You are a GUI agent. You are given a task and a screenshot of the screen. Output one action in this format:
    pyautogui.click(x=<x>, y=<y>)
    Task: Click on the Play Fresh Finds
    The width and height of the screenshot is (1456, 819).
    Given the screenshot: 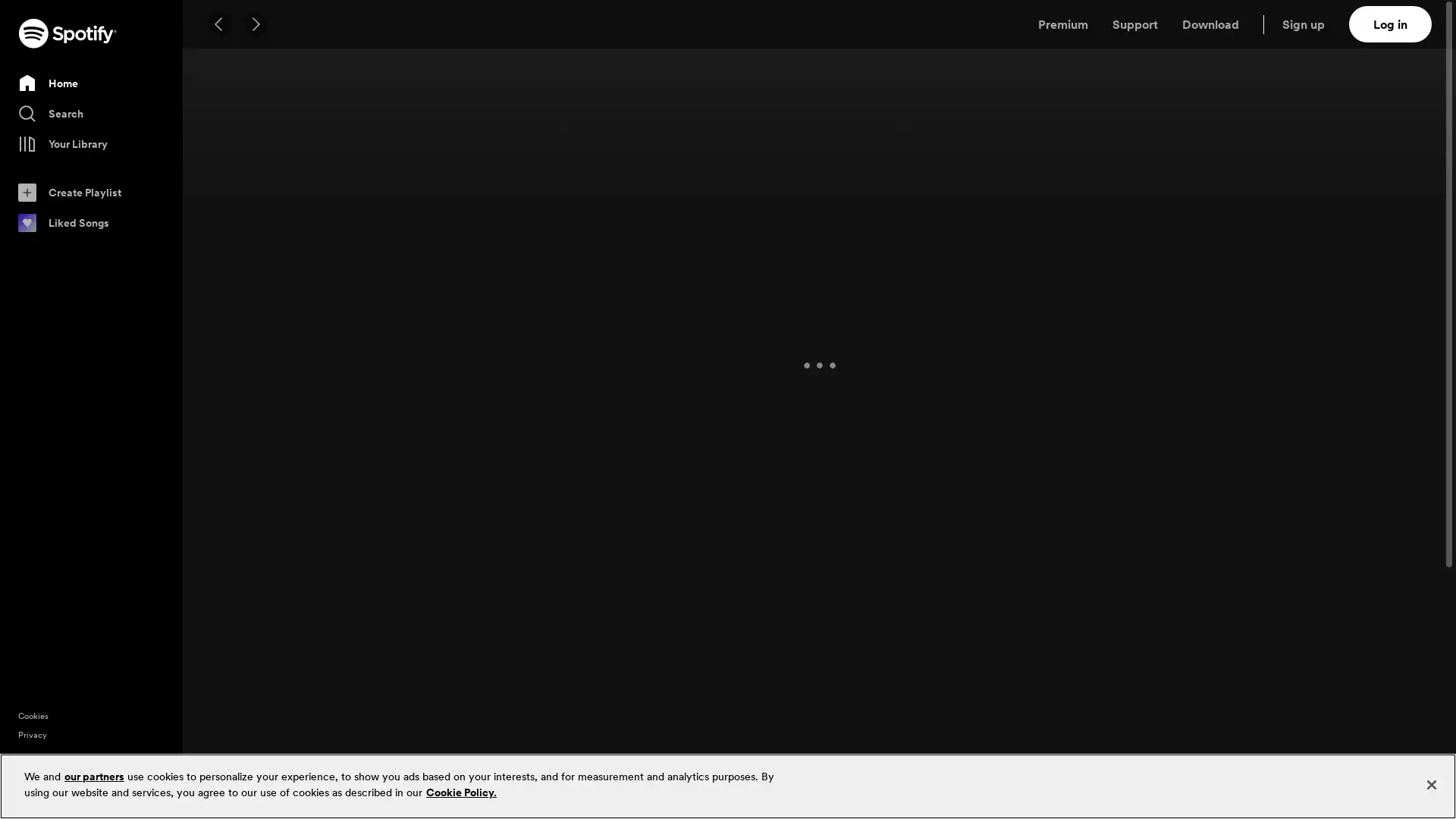 What is the action you would take?
    pyautogui.click(x=306, y=210)
    